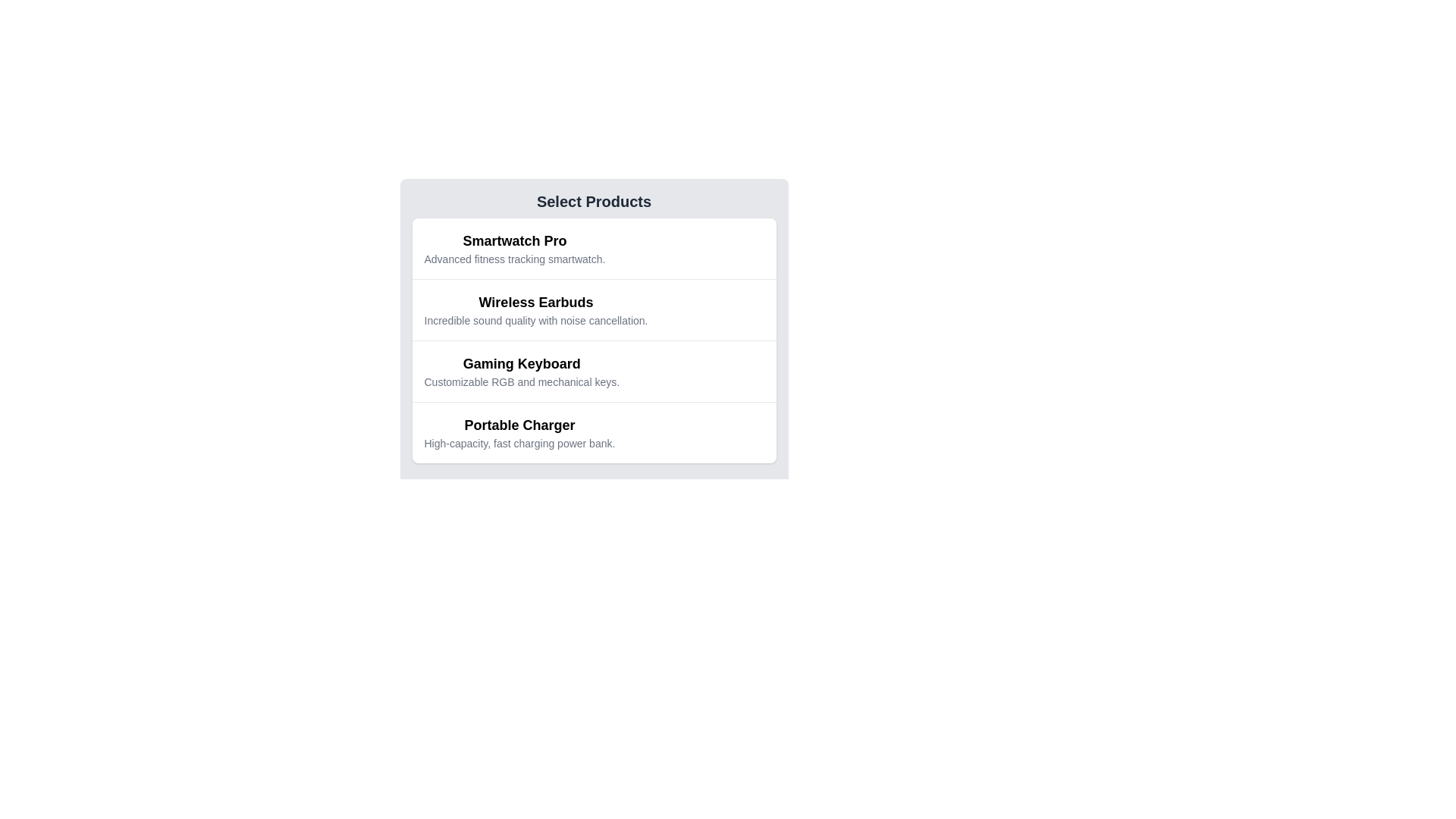  I want to click on the 'Gaming Keyboard' card, so click(593, 372).